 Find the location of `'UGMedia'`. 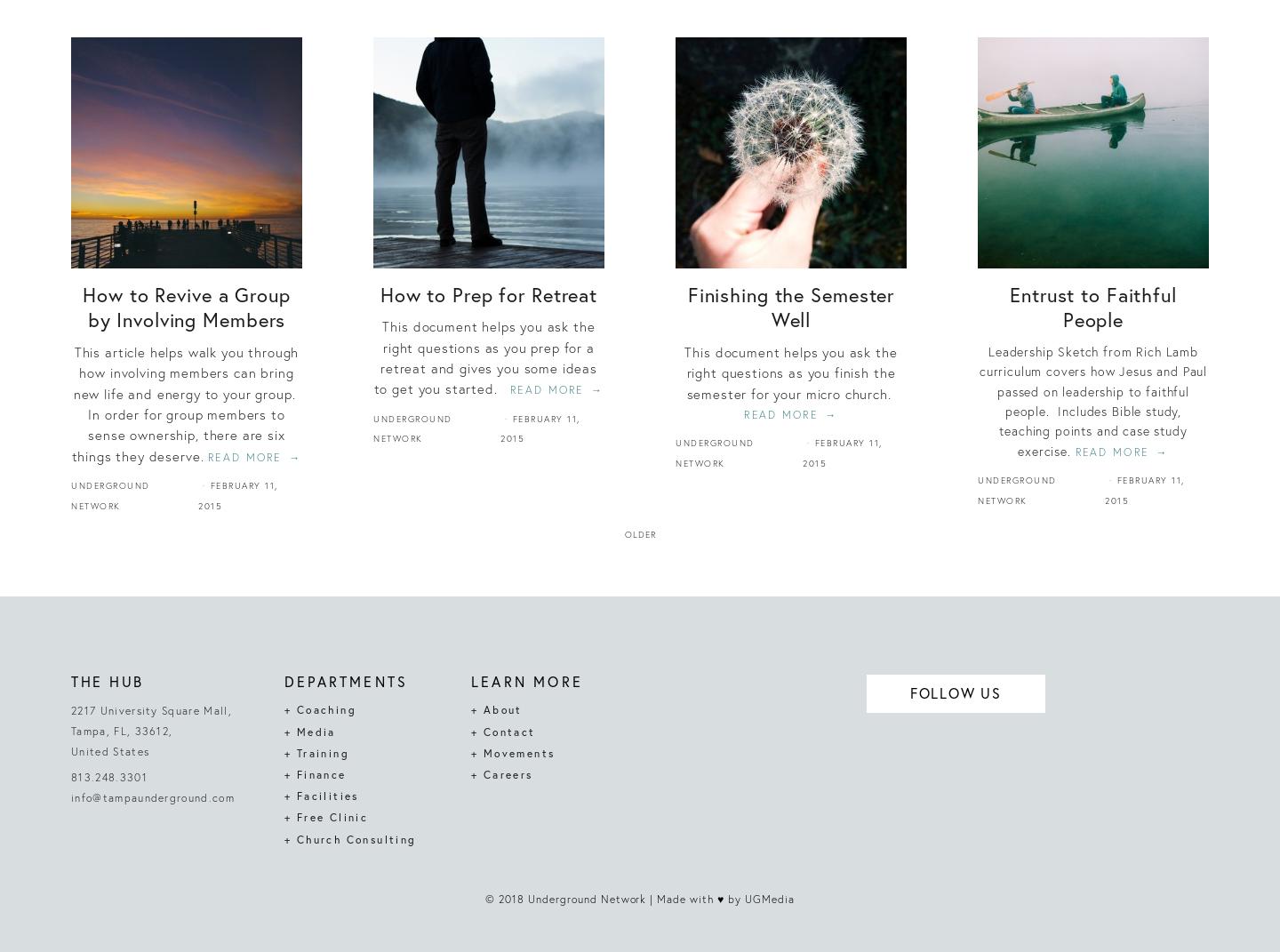

'UGMedia' is located at coordinates (768, 898).